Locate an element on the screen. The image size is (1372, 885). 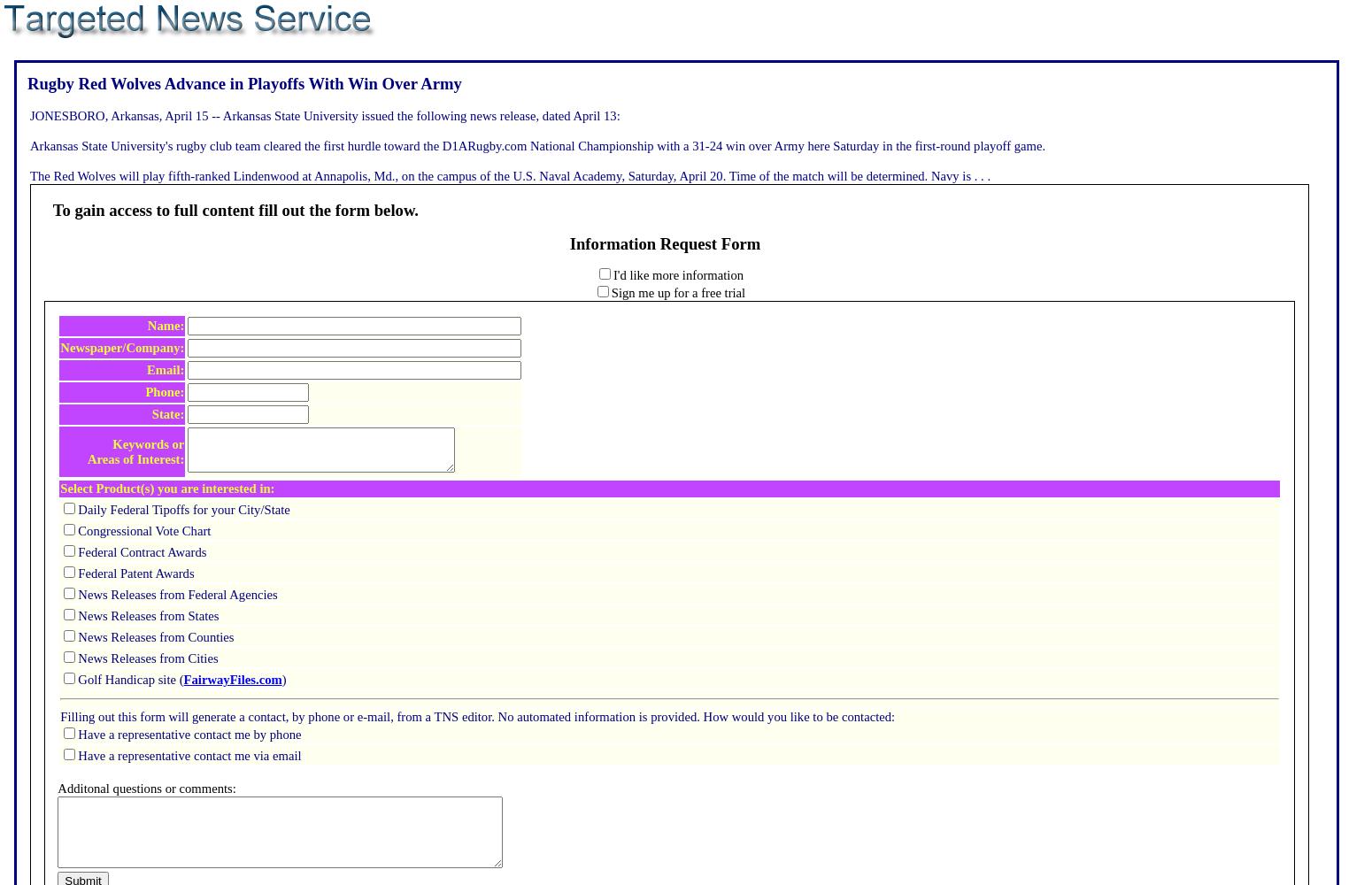
'Golf Handicap site (' is located at coordinates (130, 680).